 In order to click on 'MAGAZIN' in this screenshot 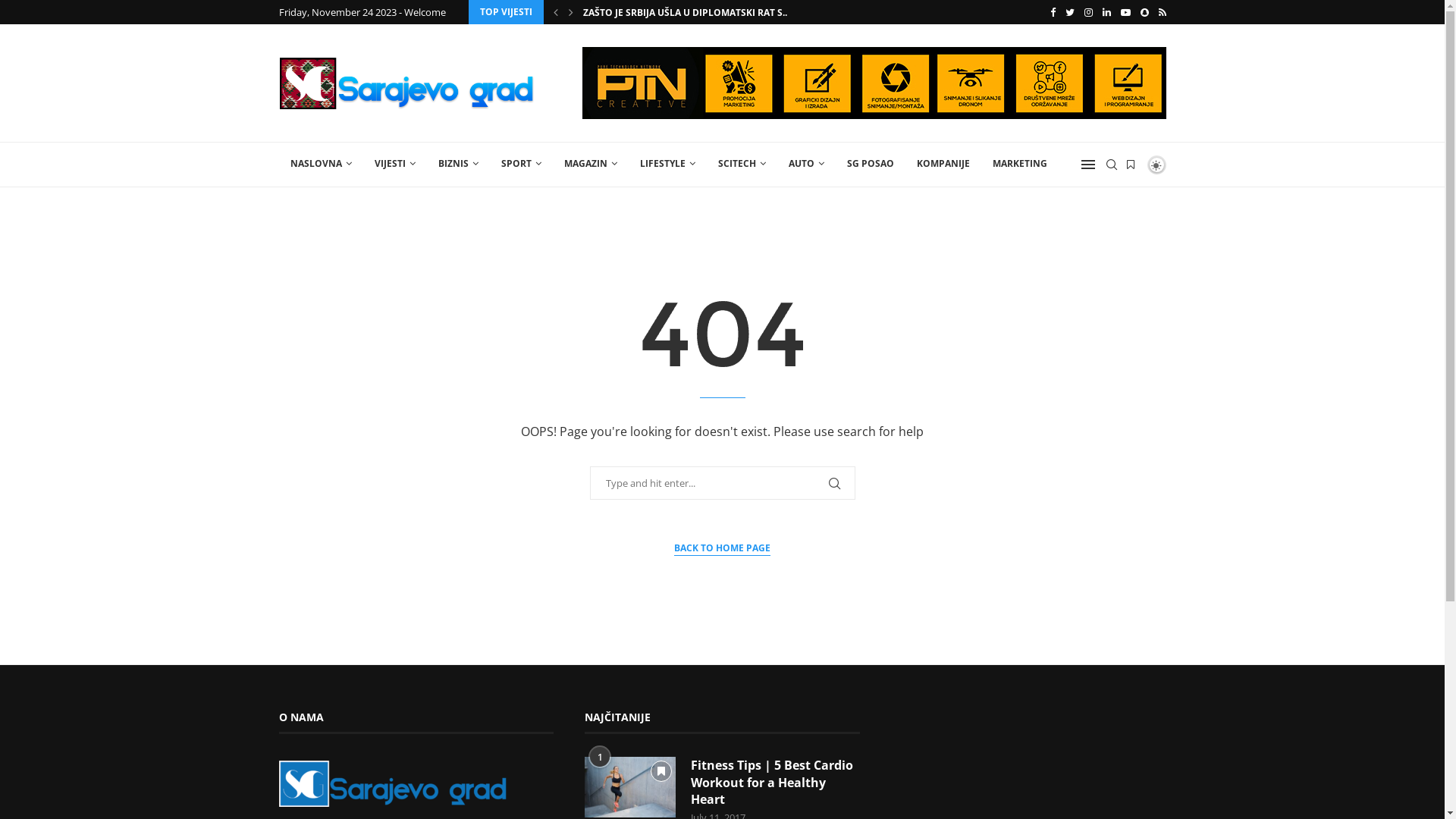, I will do `click(551, 164)`.